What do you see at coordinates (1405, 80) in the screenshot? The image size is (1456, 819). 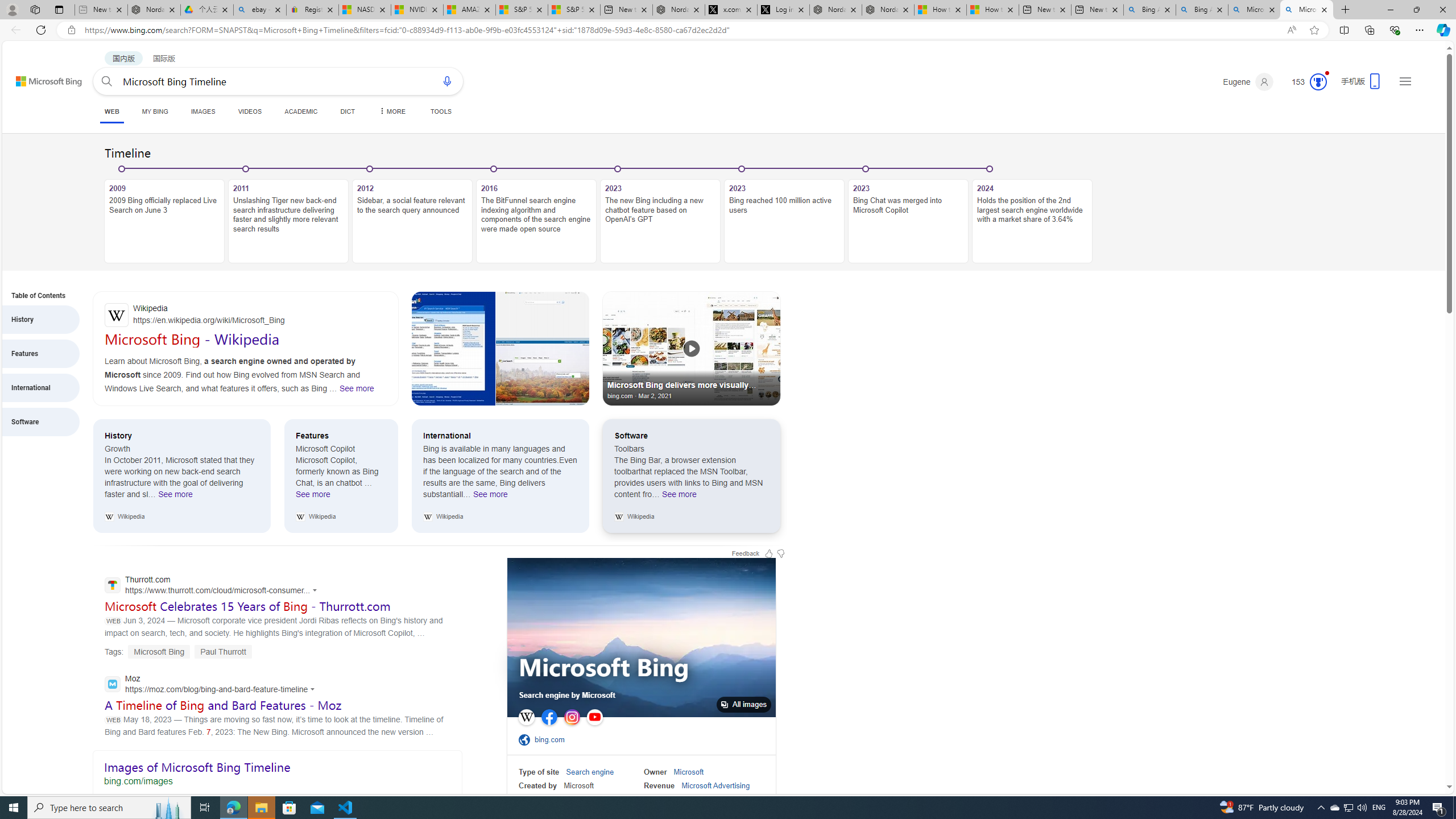 I see `'Settings and quick links'` at bounding box center [1405, 80].